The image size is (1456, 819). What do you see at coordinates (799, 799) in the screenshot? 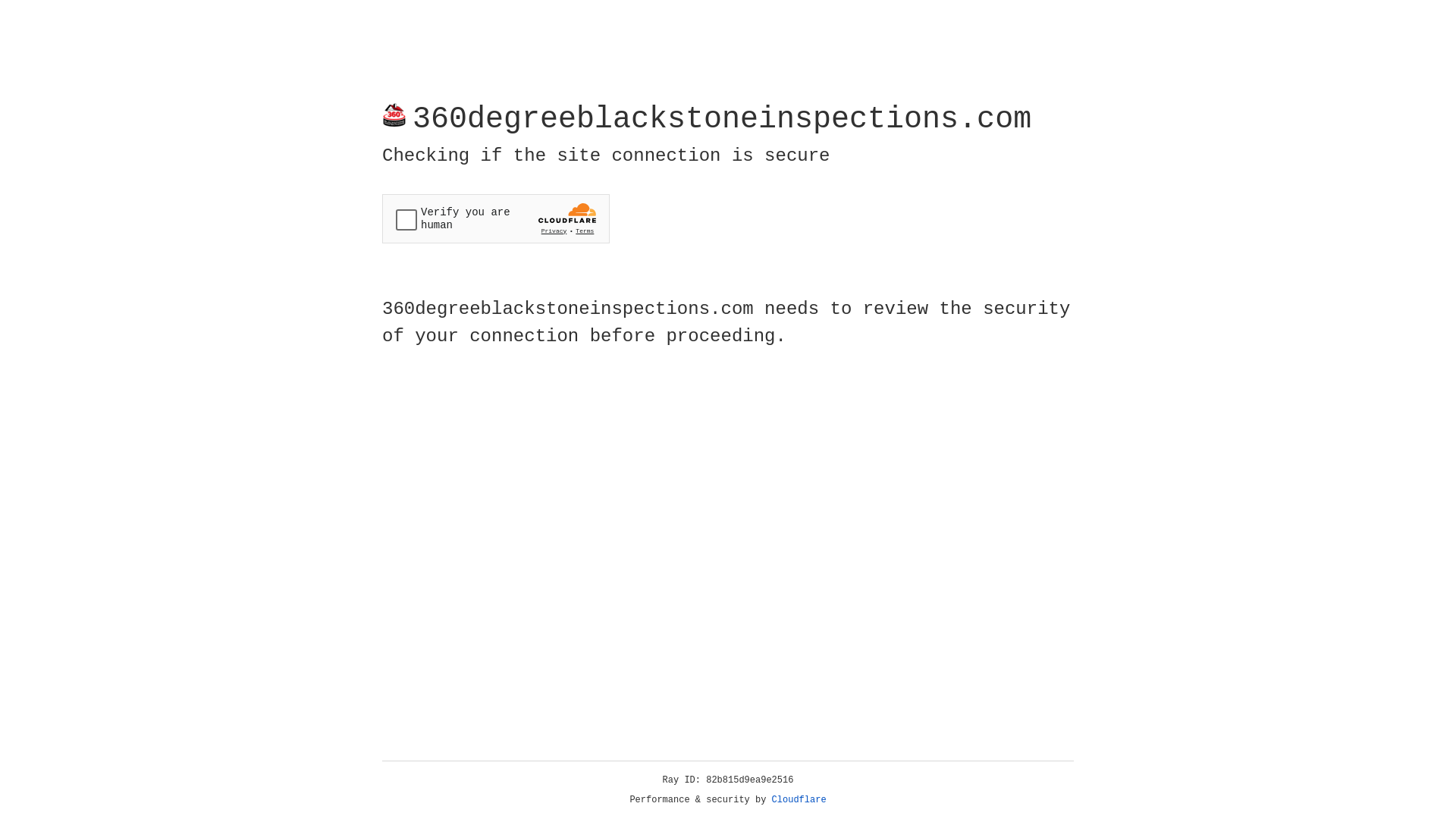
I see `'Cloudflare'` at bounding box center [799, 799].